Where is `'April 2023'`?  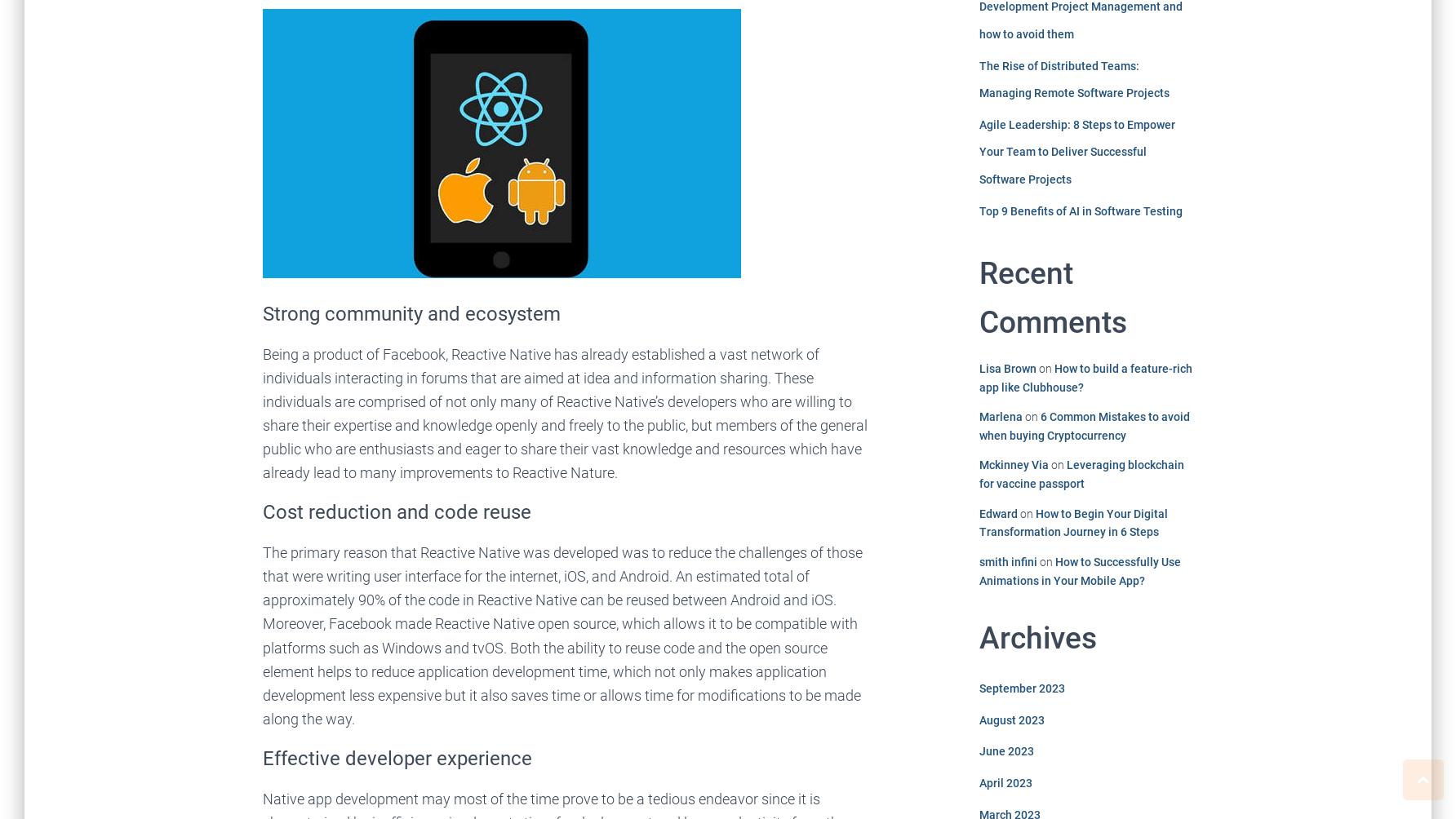
'April 2023' is located at coordinates (1004, 781).